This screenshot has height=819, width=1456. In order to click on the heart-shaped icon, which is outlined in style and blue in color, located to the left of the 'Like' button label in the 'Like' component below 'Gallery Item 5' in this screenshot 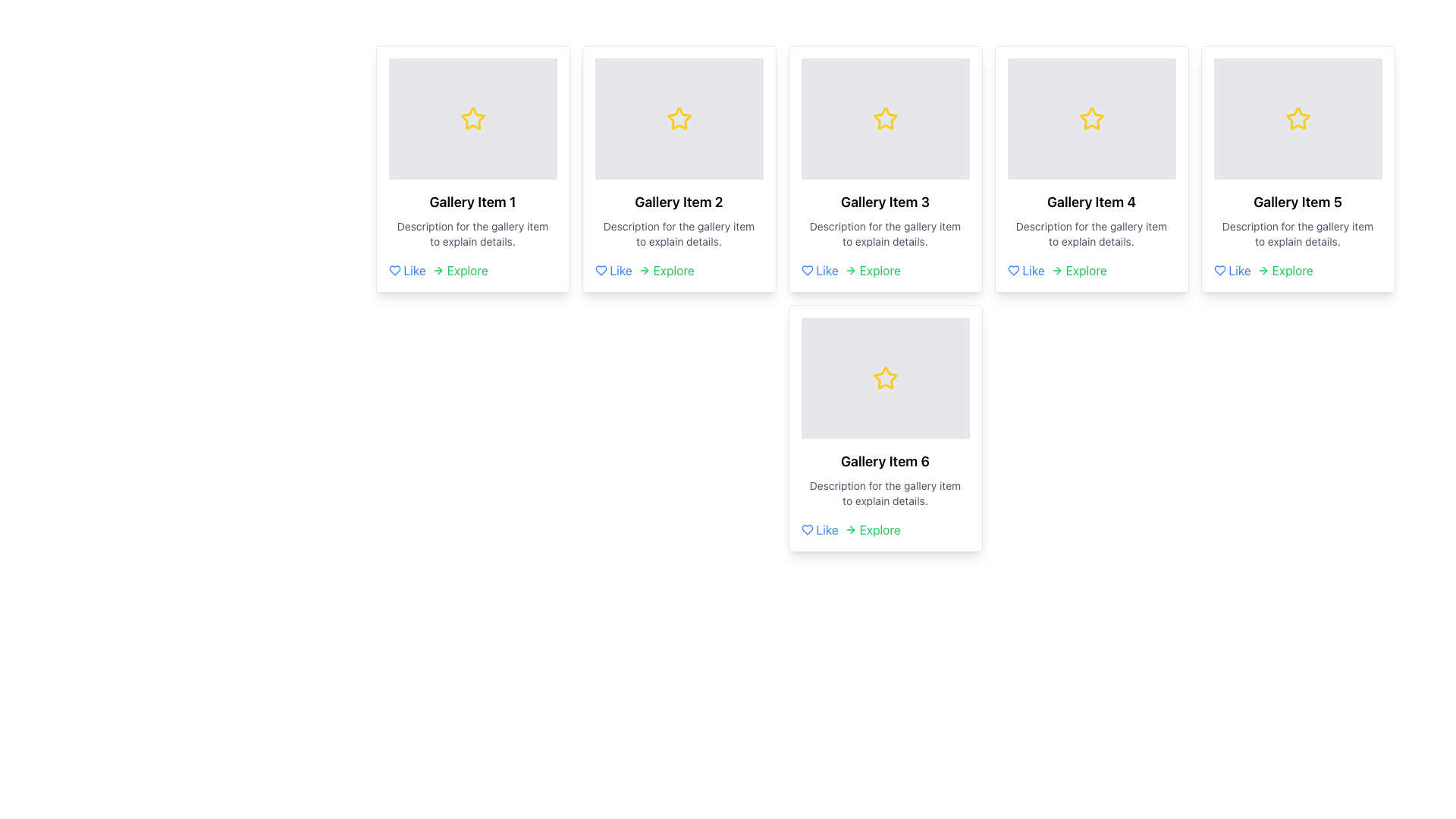, I will do `click(1219, 270)`.